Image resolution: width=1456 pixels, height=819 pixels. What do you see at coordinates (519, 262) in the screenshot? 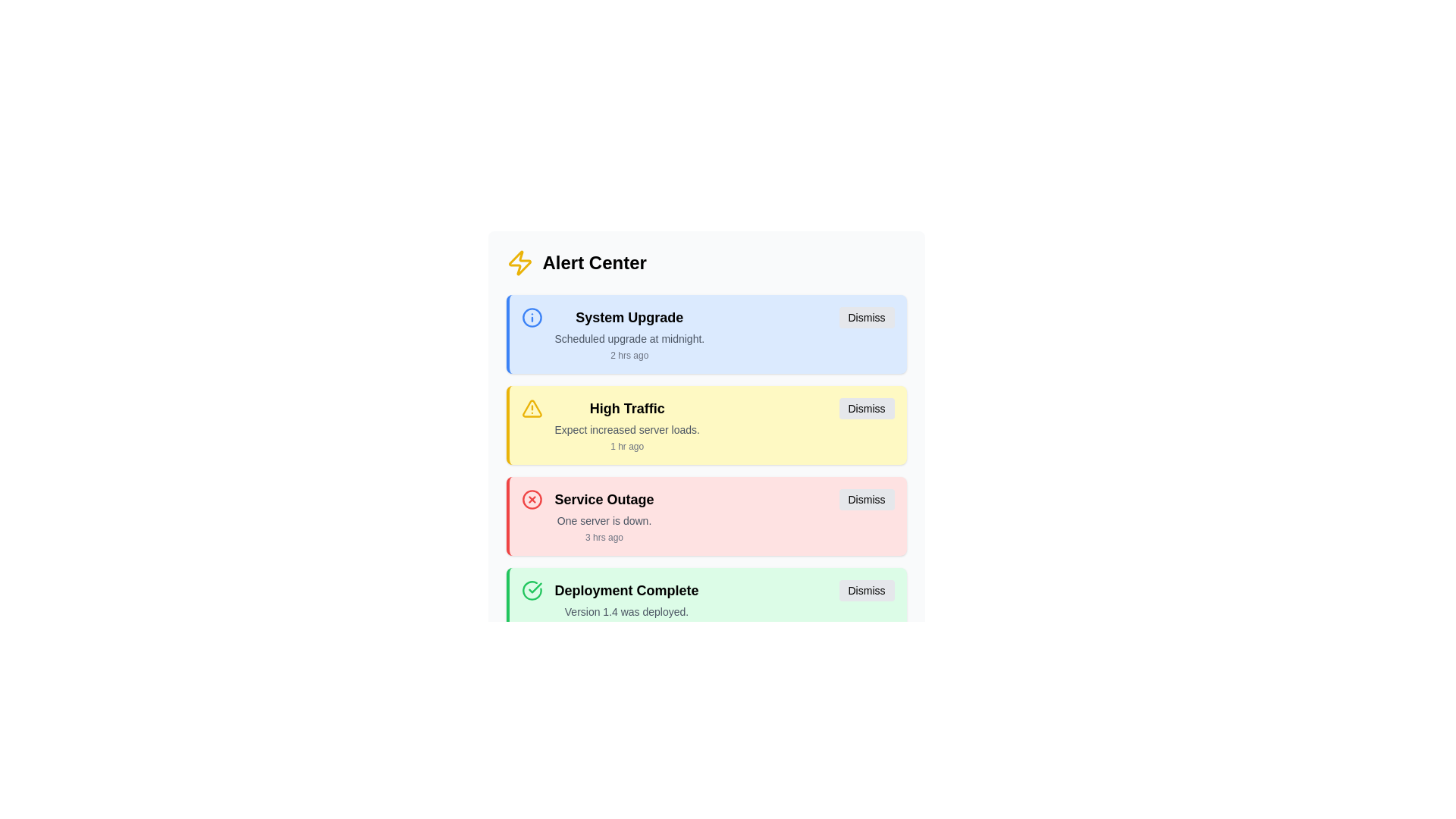
I see `the yellow lightning bolt icon in the Alert Center interface, which is positioned near the top left adjacent to the 'Alert Center' title text` at bounding box center [519, 262].